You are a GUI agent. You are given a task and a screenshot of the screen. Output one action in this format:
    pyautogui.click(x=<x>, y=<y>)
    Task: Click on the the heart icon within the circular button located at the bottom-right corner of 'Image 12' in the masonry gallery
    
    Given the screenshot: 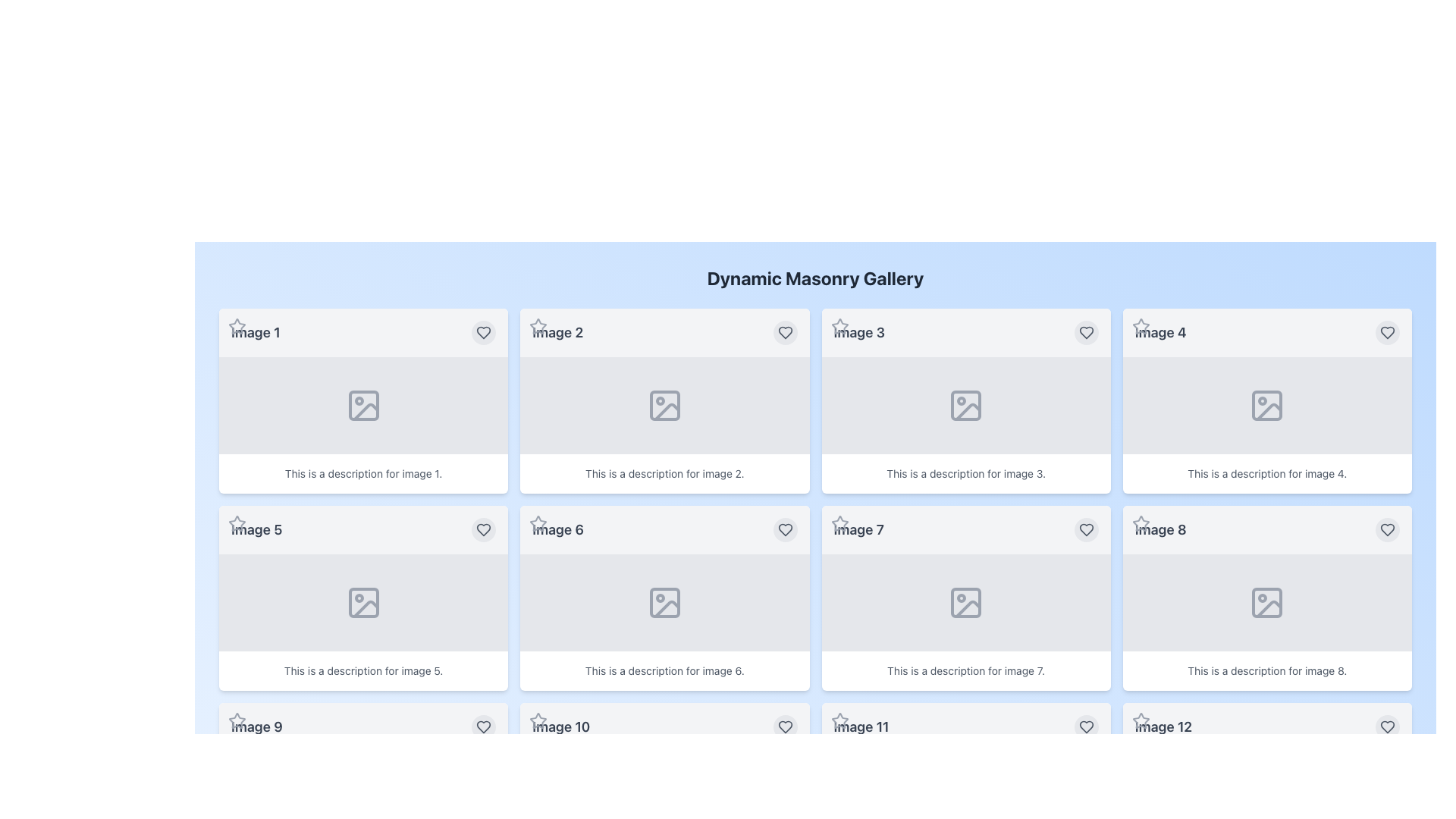 What is the action you would take?
    pyautogui.click(x=1085, y=726)
    